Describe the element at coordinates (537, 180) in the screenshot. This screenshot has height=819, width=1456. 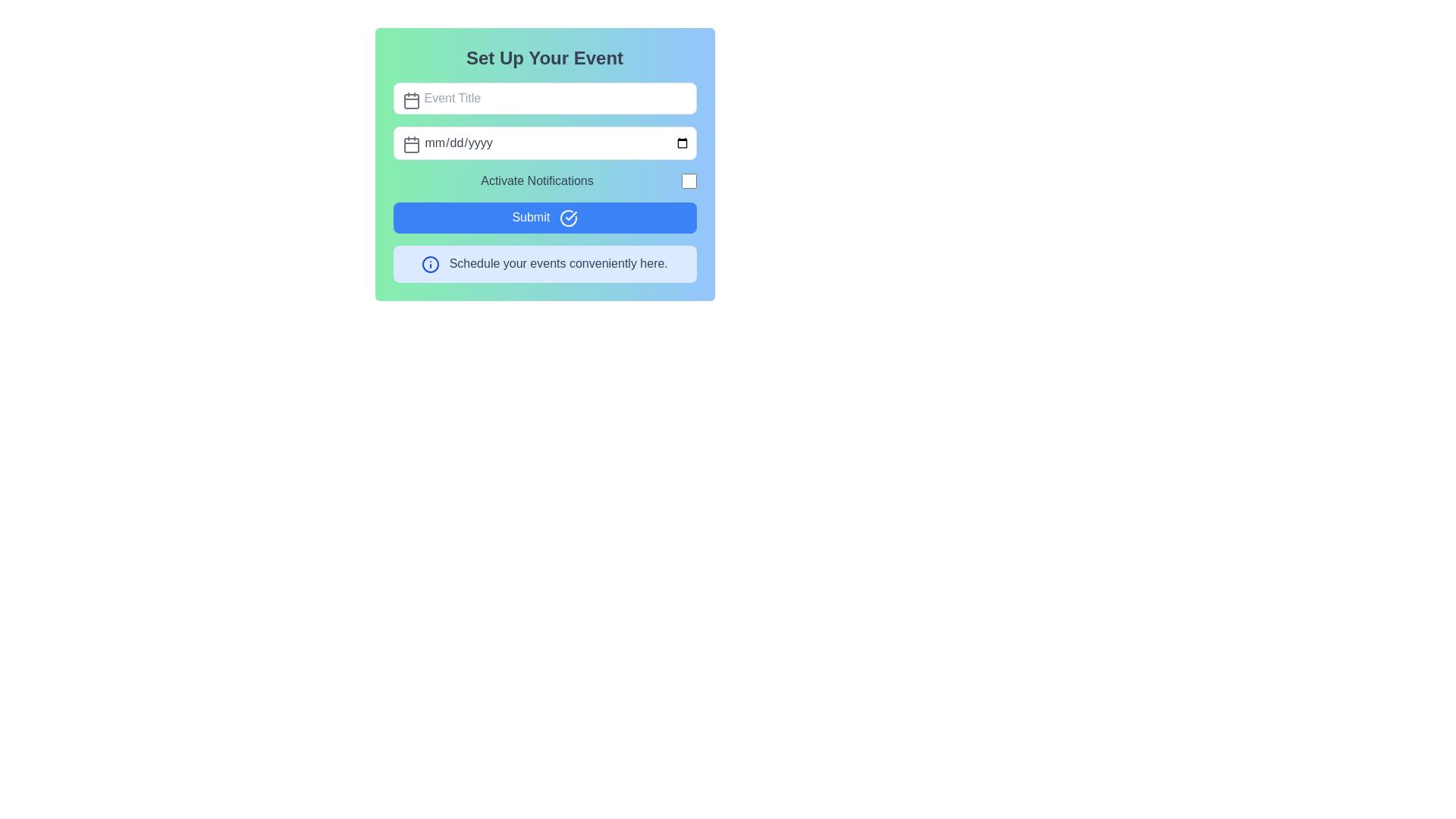
I see `the static text label that indicates the purpose of the checkbox to its right, located in the 'Set Up Your Event' panel, just below the date input field` at that location.